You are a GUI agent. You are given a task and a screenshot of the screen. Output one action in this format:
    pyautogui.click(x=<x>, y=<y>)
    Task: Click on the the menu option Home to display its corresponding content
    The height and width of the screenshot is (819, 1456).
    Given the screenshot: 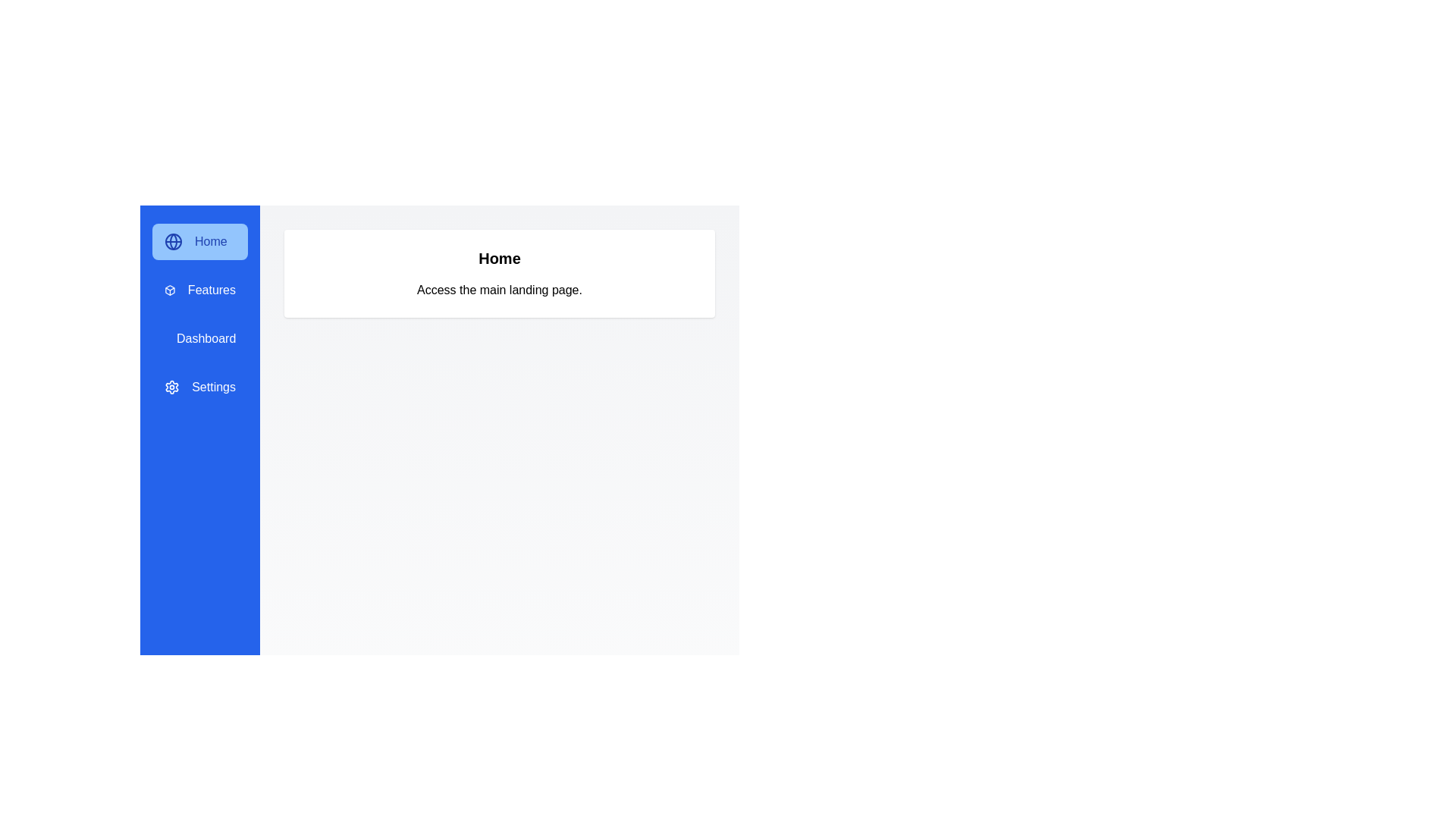 What is the action you would take?
    pyautogui.click(x=199, y=241)
    